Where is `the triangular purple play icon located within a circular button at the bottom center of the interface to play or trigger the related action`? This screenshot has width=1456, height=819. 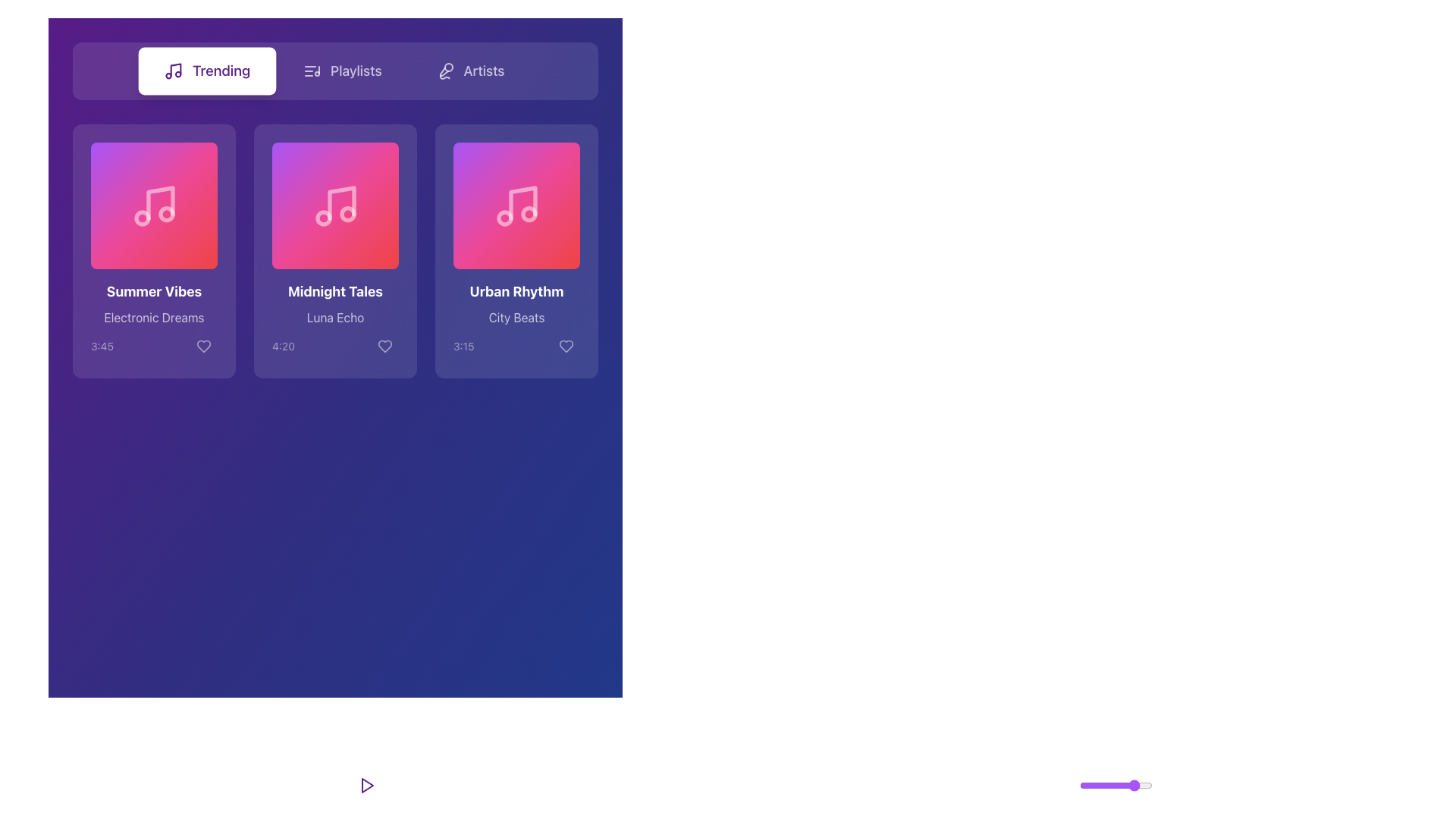 the triangular purple play icon located within a circular button at the bottom center of the interface to play or trigger the related action is located at coordinates (367, 785).